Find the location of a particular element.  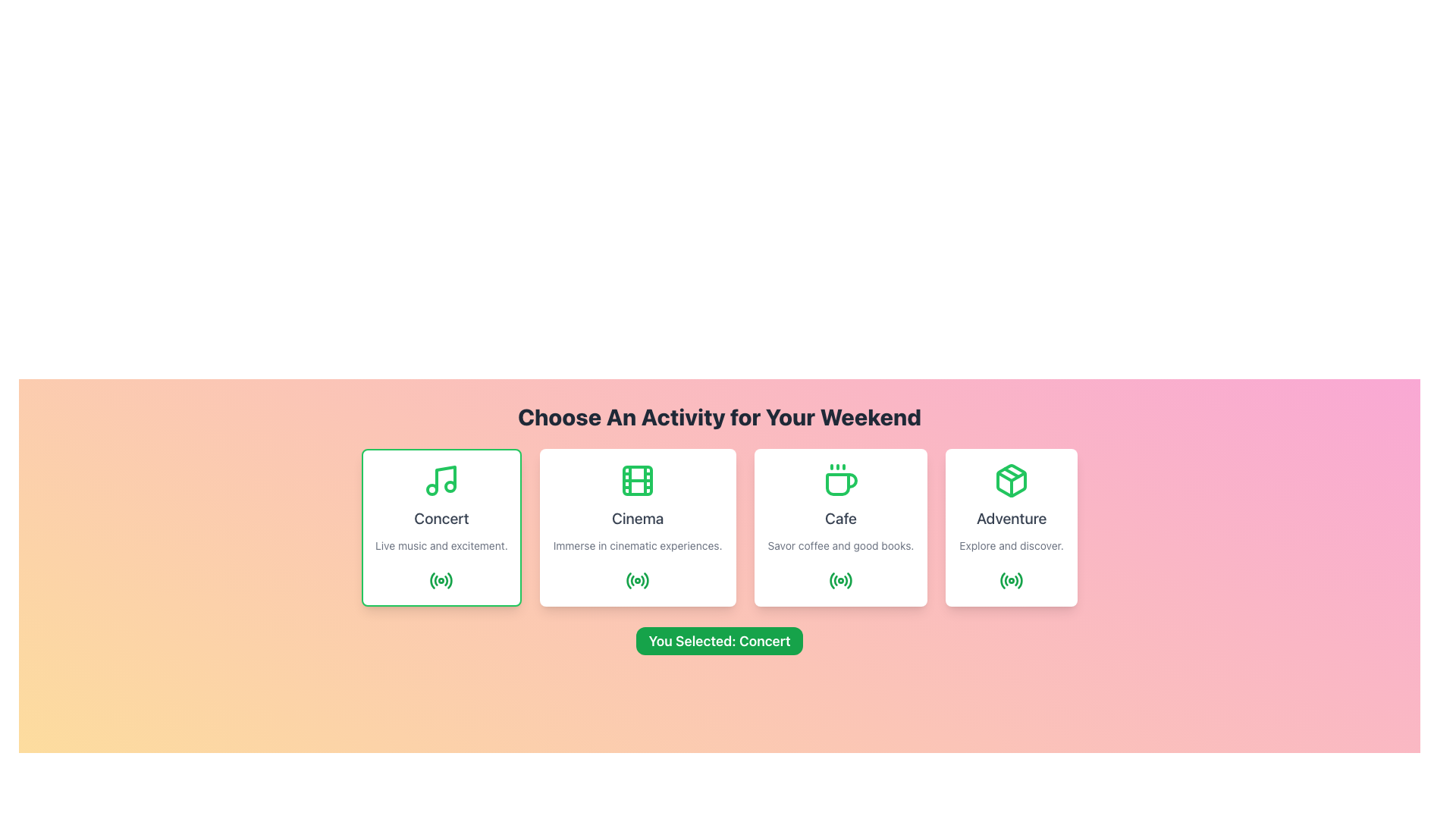

the musical note icon with a vertical stem located on the Concert card, which is the leftmost card in a row of four activity options is located at coordinates (445, 479).